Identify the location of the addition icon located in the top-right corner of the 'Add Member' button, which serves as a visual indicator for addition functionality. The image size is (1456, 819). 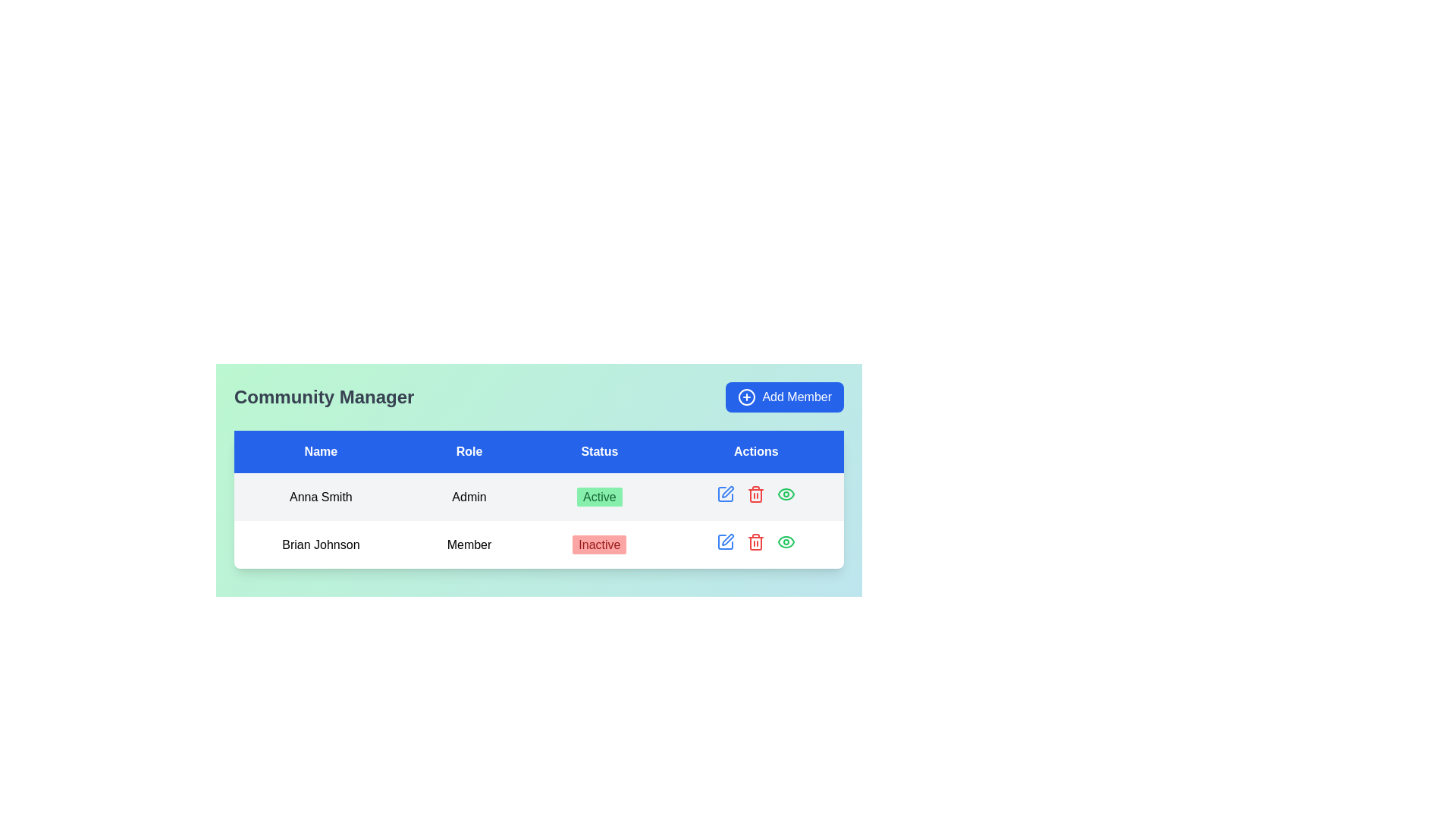
(747, 397).